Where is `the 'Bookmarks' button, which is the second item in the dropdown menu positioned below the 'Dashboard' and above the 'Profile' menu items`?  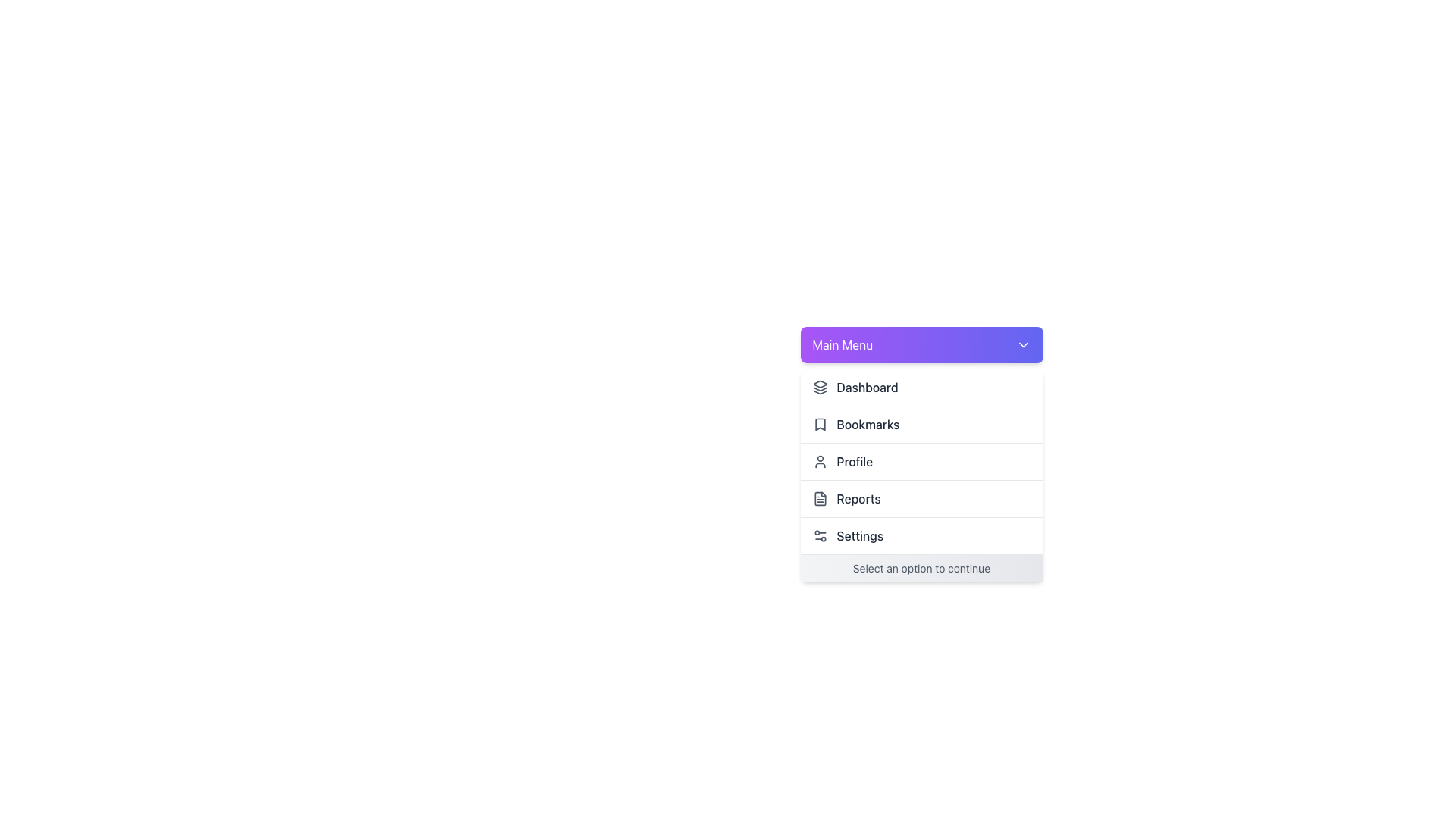
the 'Bookmarks' button, which is the second item in the dropdown menu positioned below the 'Dashboard' and above the 'Profile' menu items is located at coordinates (921, 424).